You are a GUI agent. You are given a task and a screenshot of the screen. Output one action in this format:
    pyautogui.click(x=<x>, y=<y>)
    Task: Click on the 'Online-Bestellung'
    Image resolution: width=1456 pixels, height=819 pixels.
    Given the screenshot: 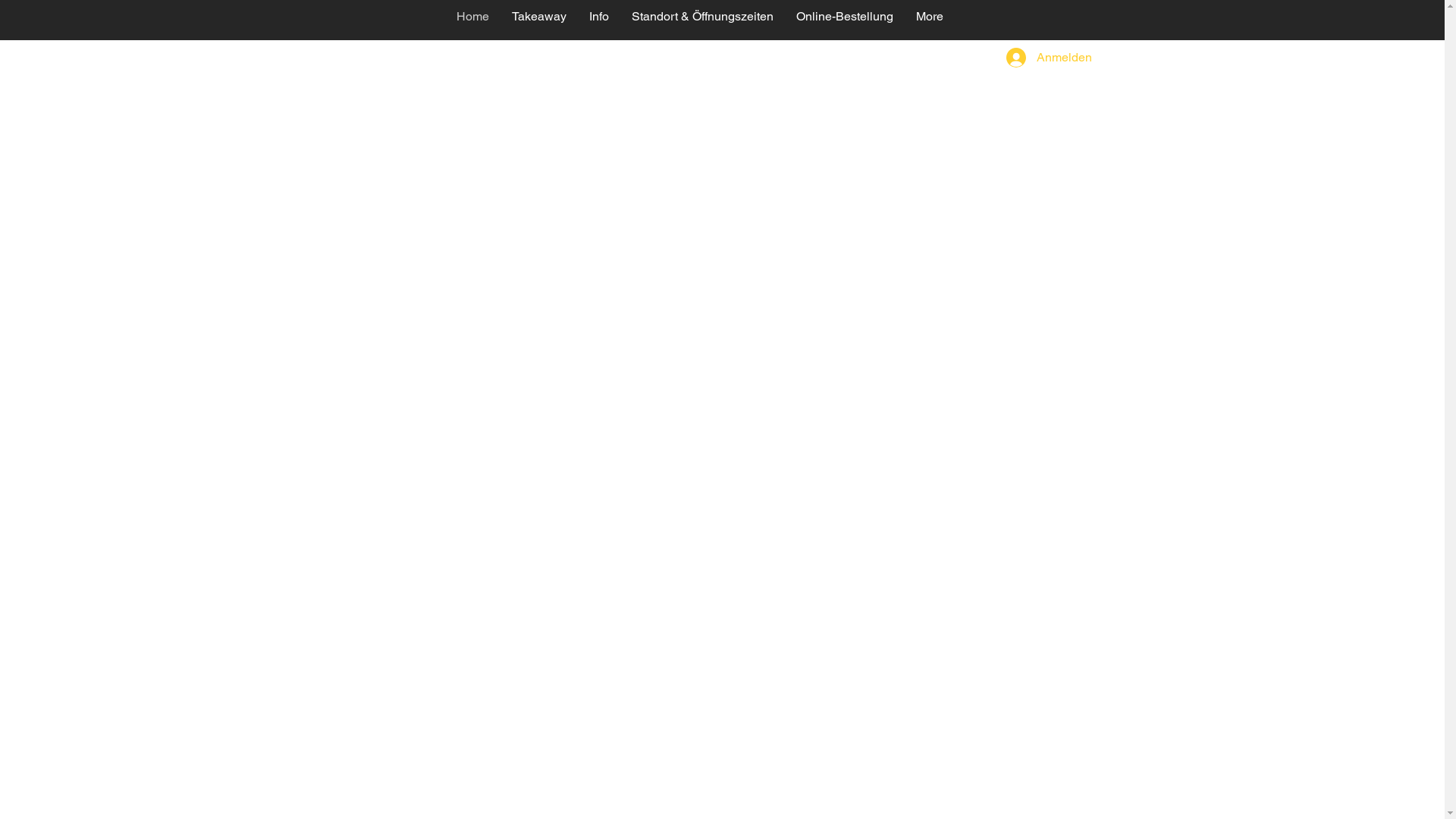 What is the action you would take?
    pyautogui.click(x=843, y=19)
    